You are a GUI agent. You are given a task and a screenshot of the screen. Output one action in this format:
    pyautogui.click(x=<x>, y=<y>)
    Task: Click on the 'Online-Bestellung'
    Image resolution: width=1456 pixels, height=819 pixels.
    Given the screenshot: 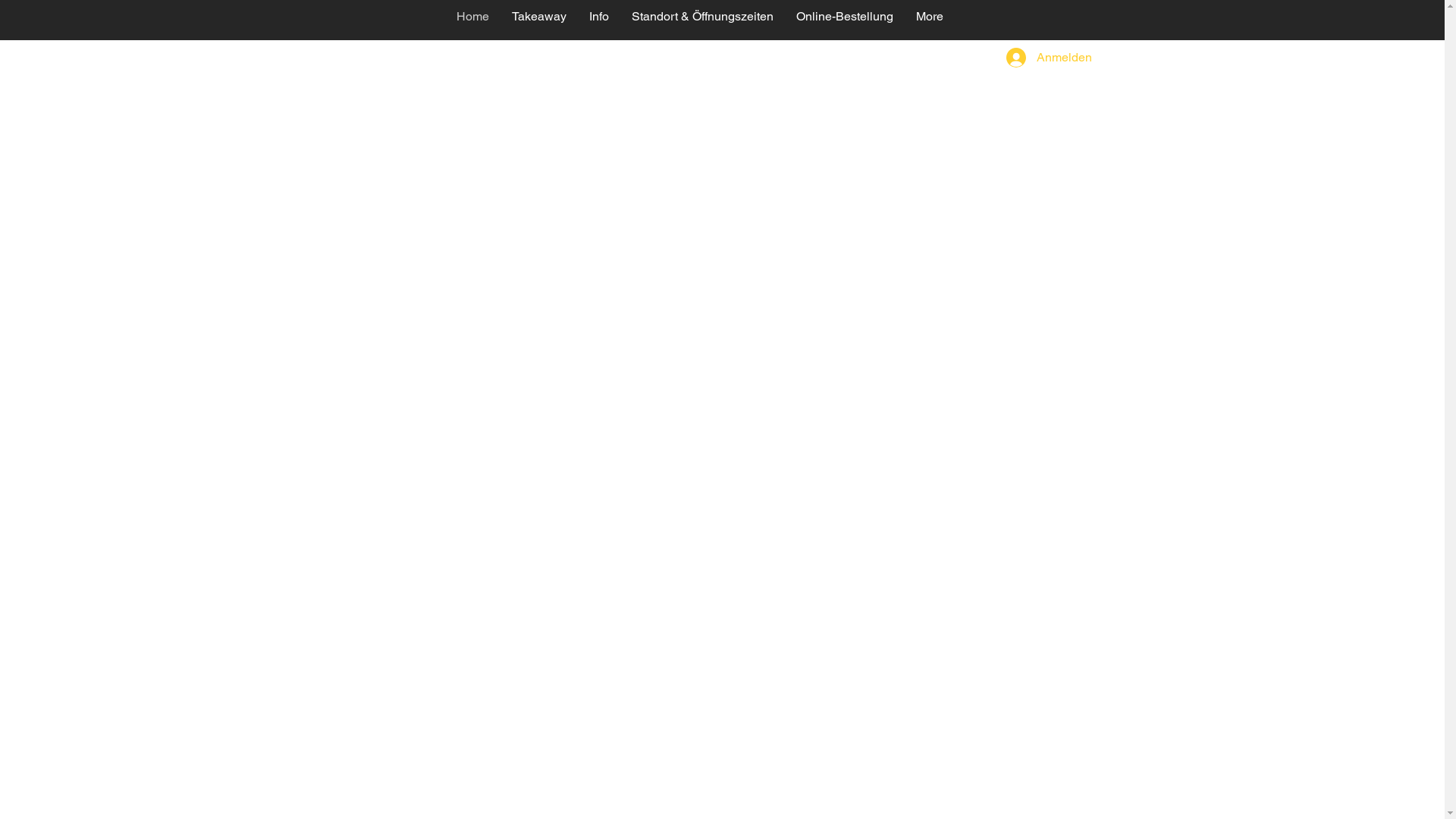 What is the action you would take?
    pyautogui.click(x=843, y=19)
    